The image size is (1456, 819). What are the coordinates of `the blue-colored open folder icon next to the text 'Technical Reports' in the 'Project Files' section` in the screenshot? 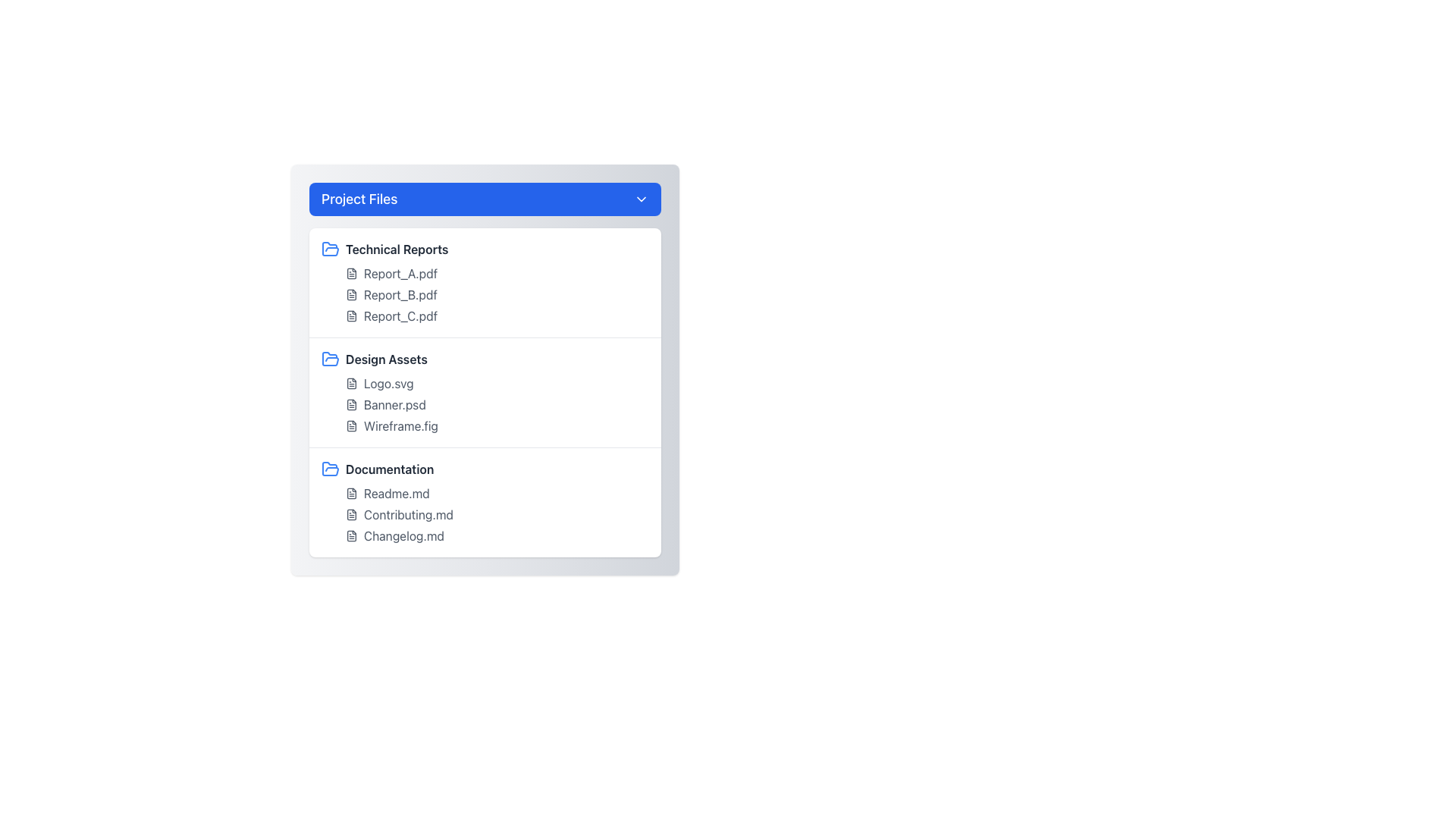 It's located at (330, 248).